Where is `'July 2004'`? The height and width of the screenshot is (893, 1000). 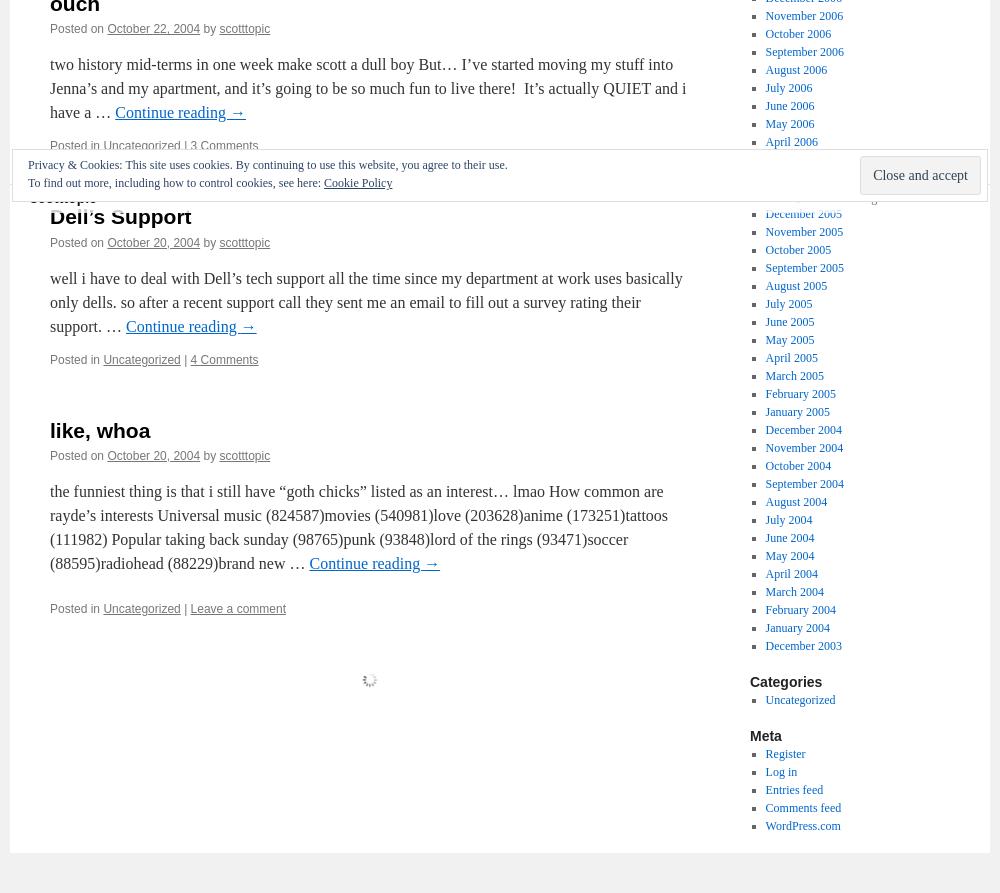 'July 2004' is located at coordinates (765, 518).